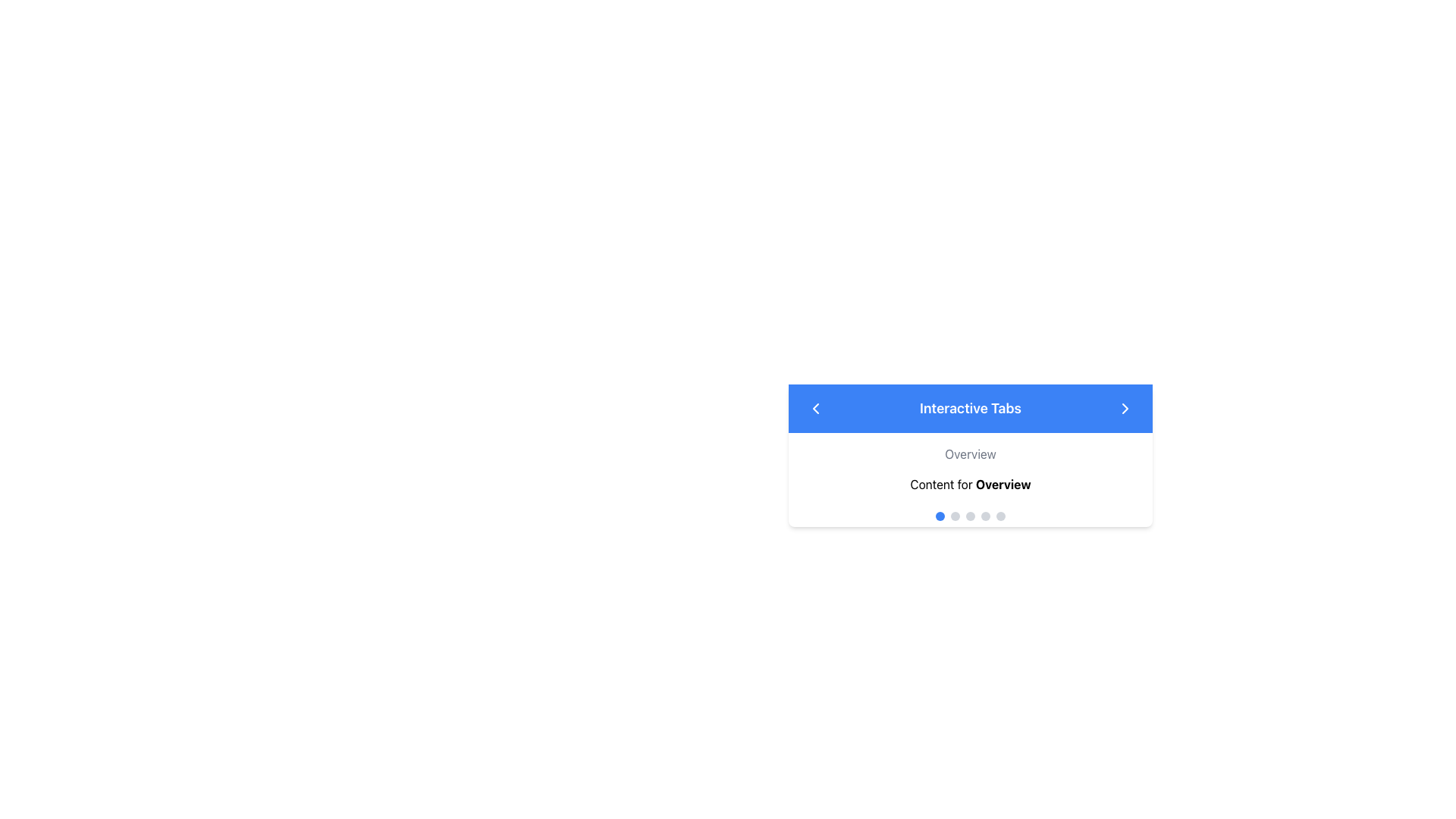 The height and width of the screenshot is (819, 1456). Describe the element at coordinates (986, 516) in the screenshot. I see `the fourth circular indicator styled with a light gray color, located underneath the text 'Content for Overview'` at that location.